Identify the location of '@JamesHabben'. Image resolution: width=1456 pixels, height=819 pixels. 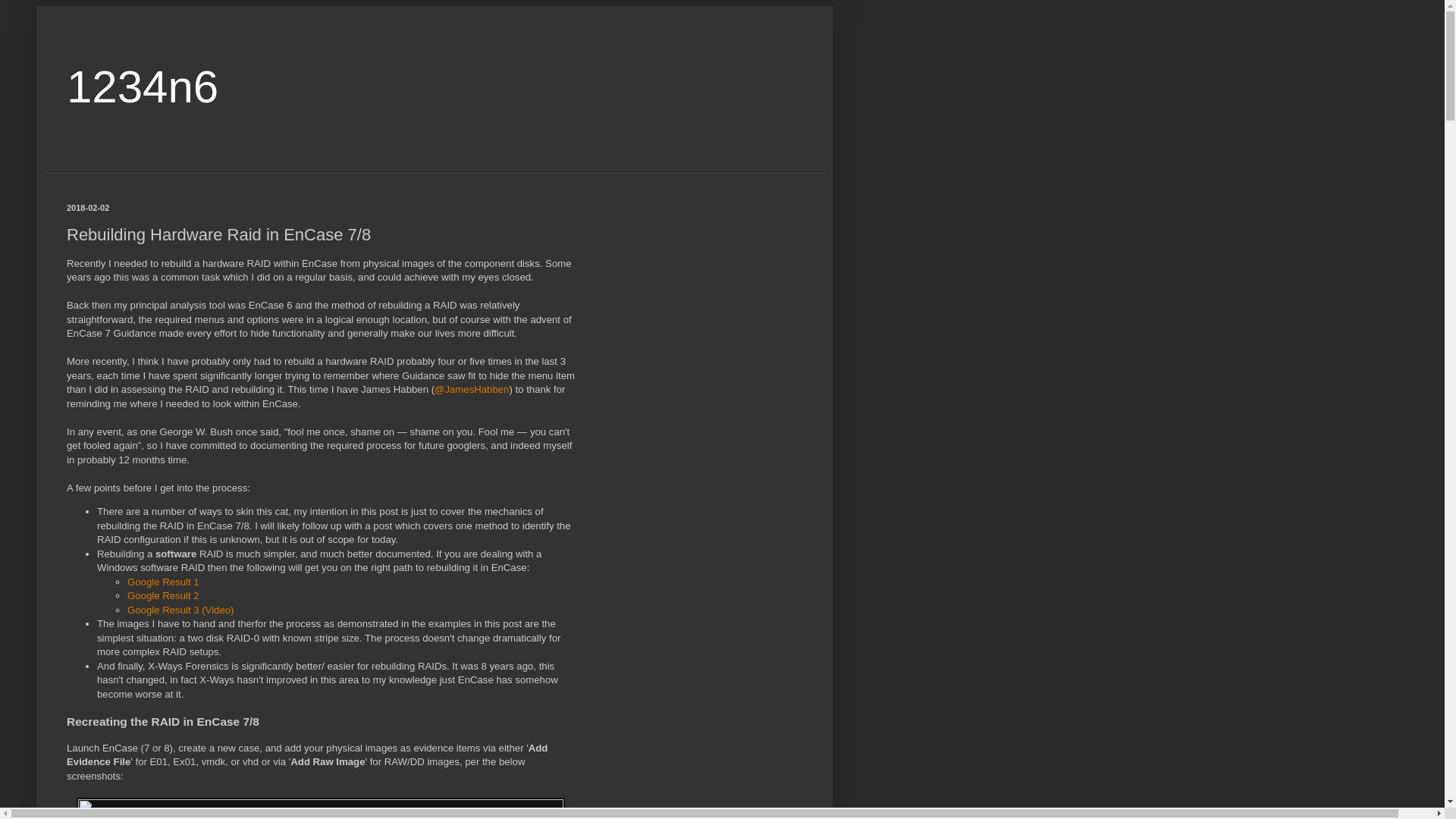
(471, 388).